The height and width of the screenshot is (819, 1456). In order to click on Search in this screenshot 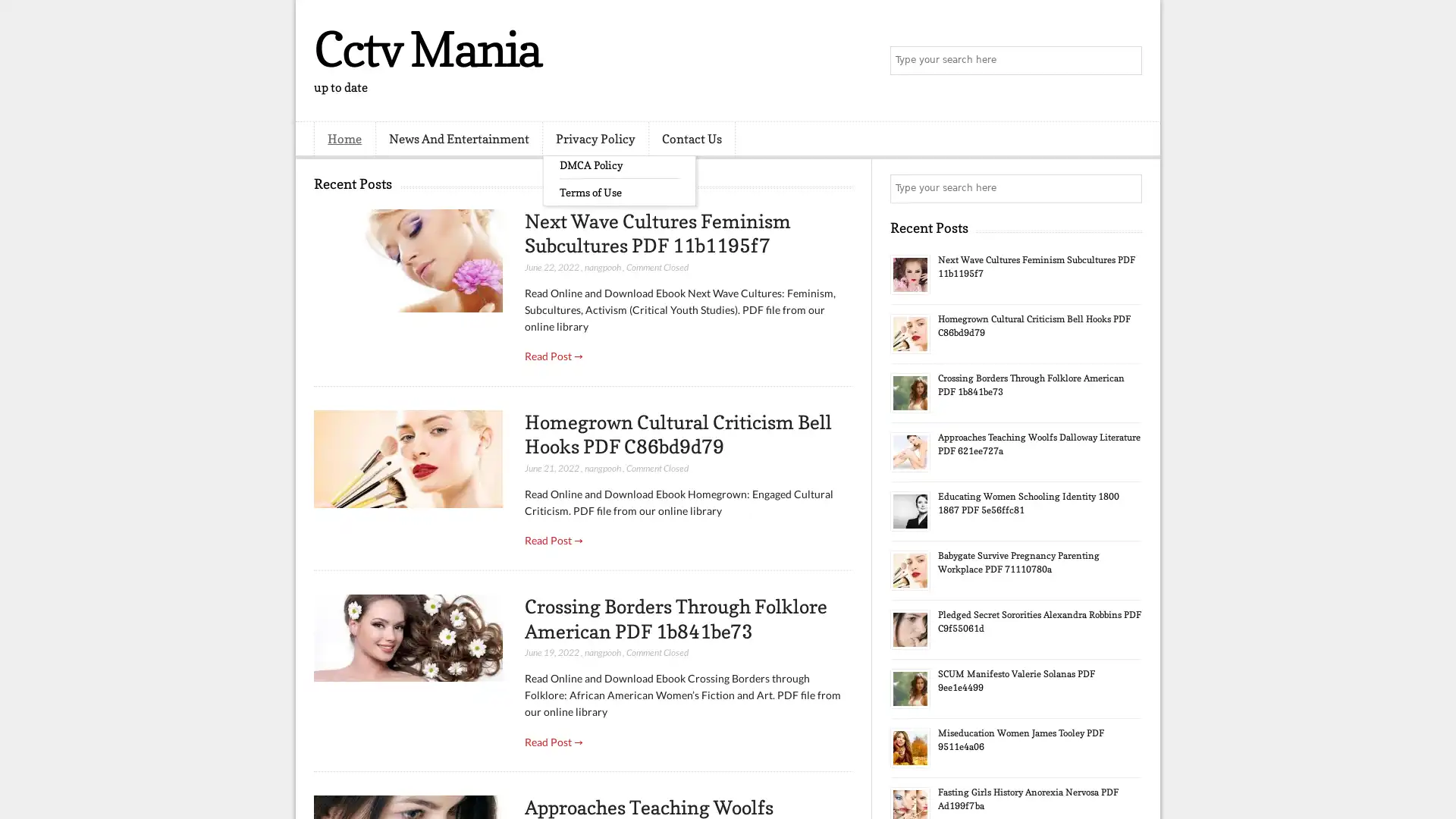, I will do `click(1126, 61)`.